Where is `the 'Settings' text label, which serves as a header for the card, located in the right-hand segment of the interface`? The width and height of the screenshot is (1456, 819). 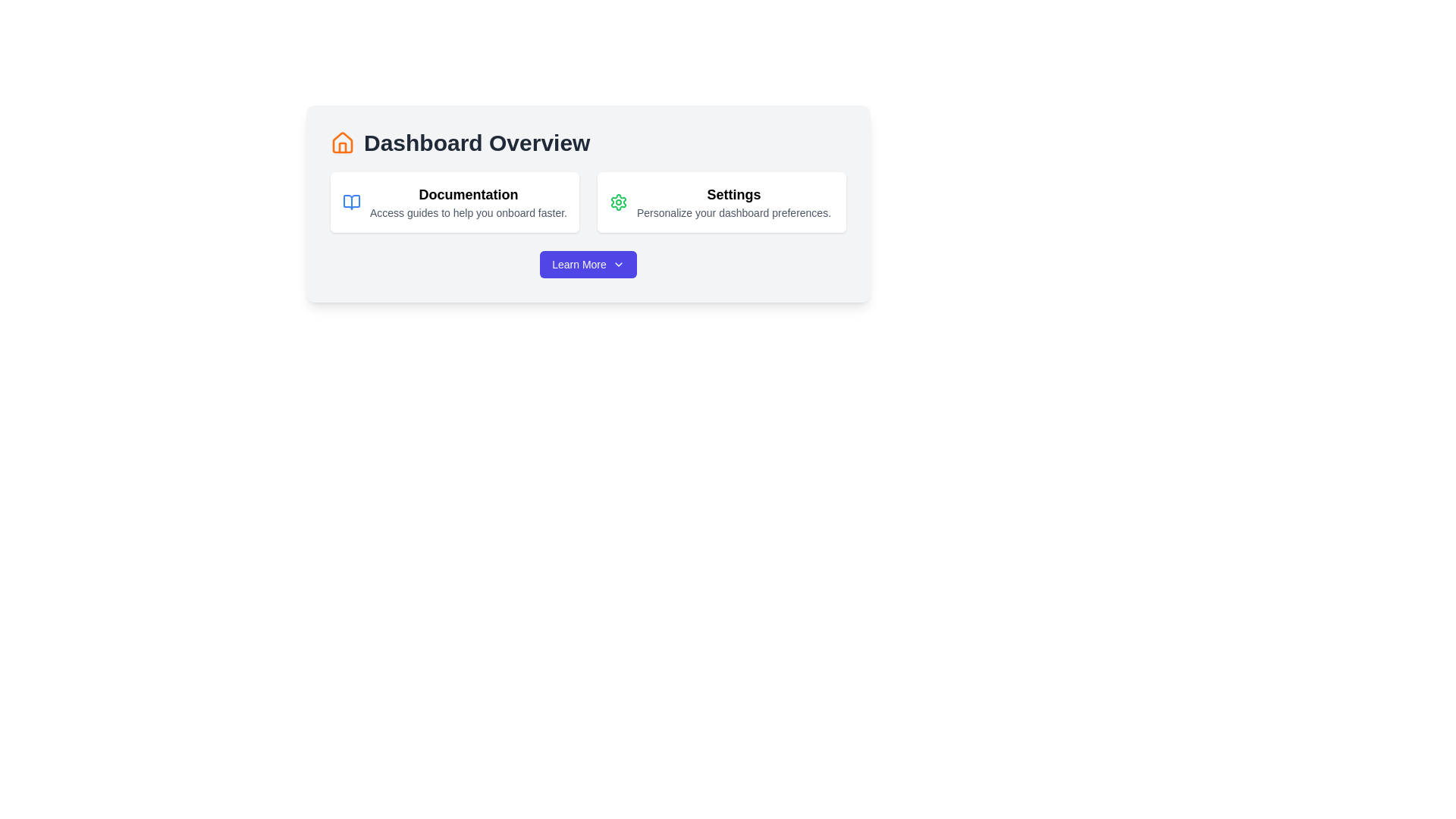
the 'Settings' text label, which serves as a header for the card, located in the right-hand segment of the interface is located at coordinates (734, 194).